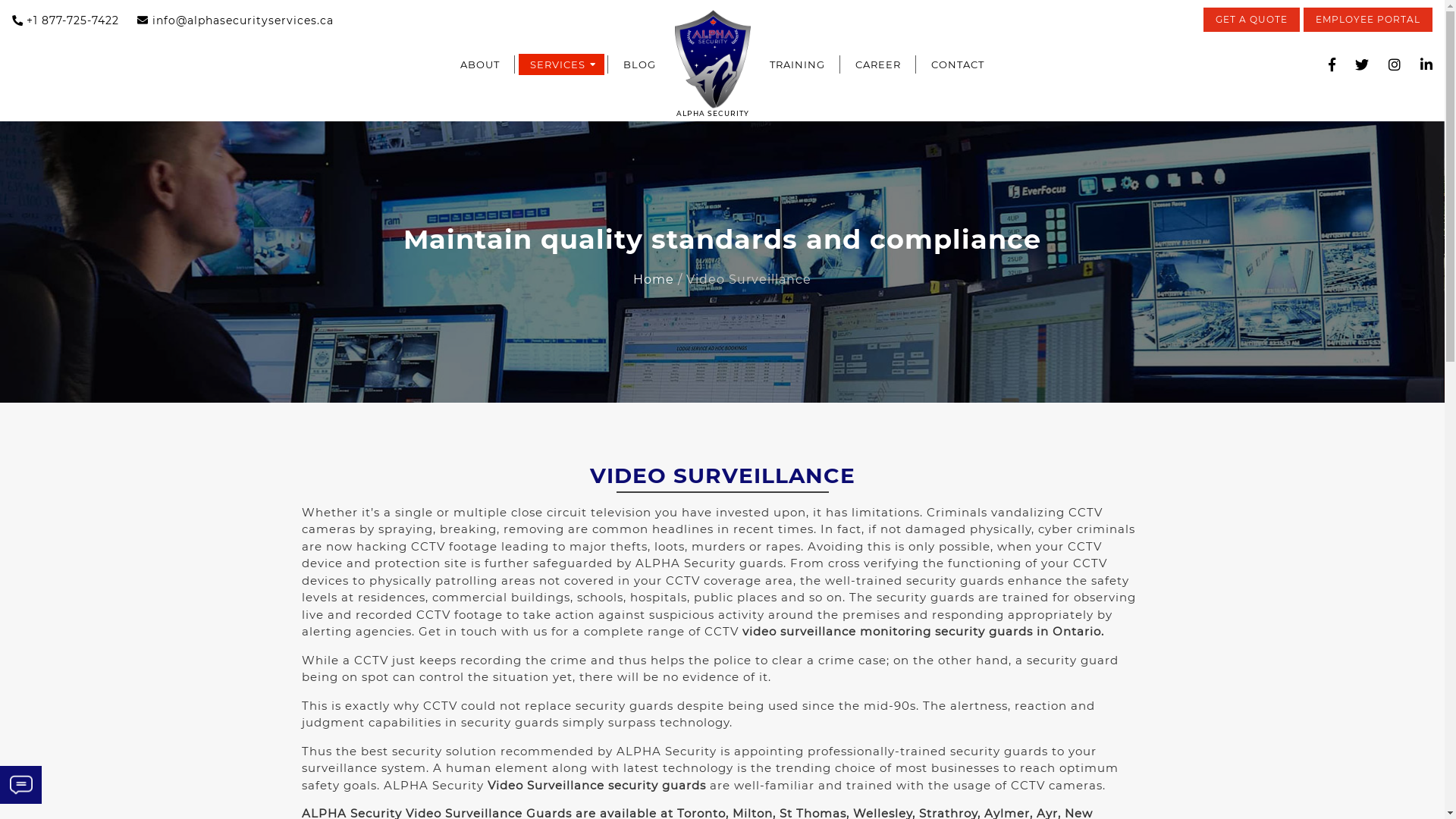 The width and height of the screenshot is (1456, 819). I want to click on 'ABOUT', so click(479, 63).